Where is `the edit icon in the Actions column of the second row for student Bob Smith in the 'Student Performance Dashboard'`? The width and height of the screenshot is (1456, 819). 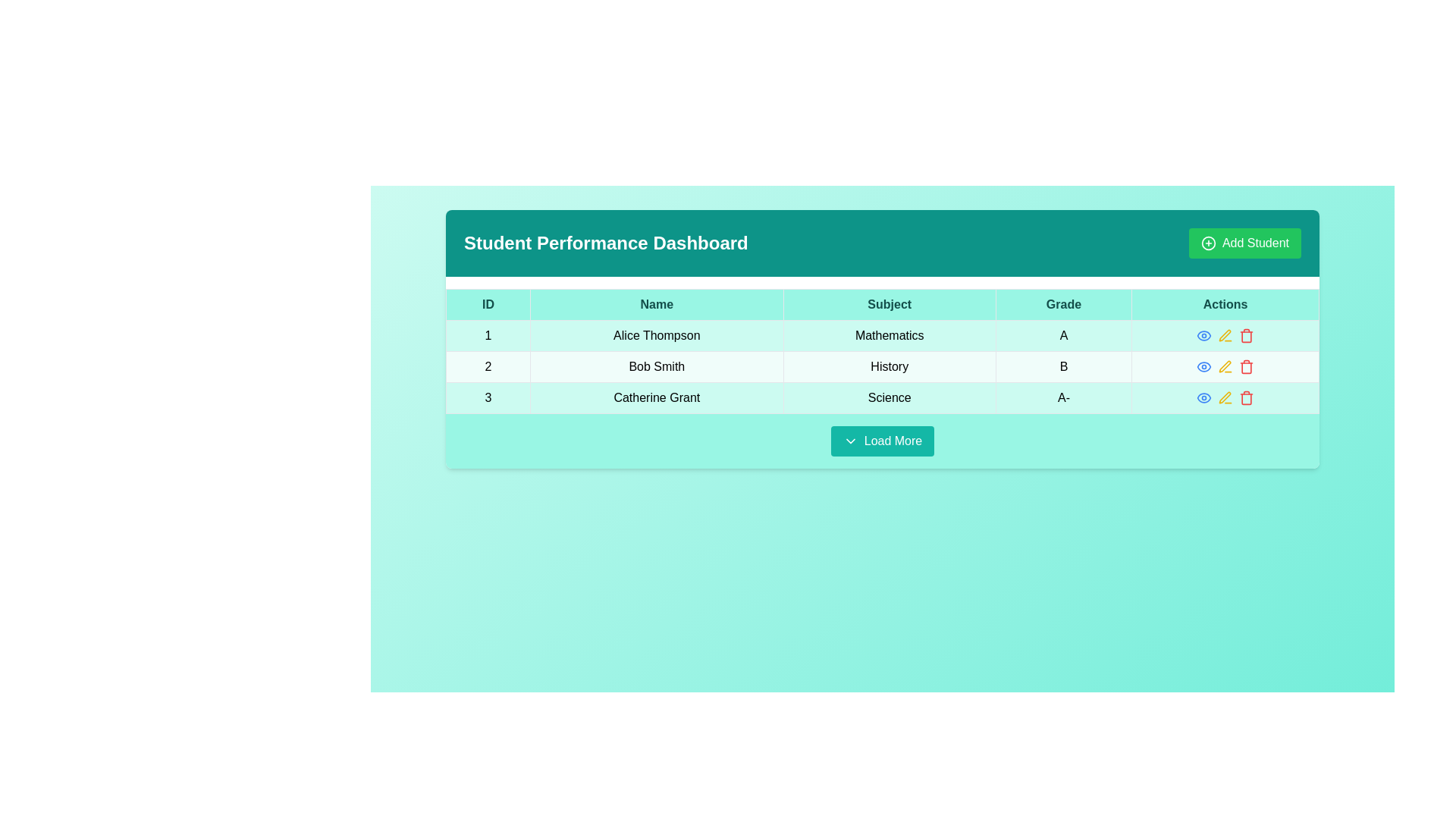 the edit icon in the Actions column of the second row for student Bob Smith in the 'Student Performance Dashboard' is located at coordinates (1225, 366).